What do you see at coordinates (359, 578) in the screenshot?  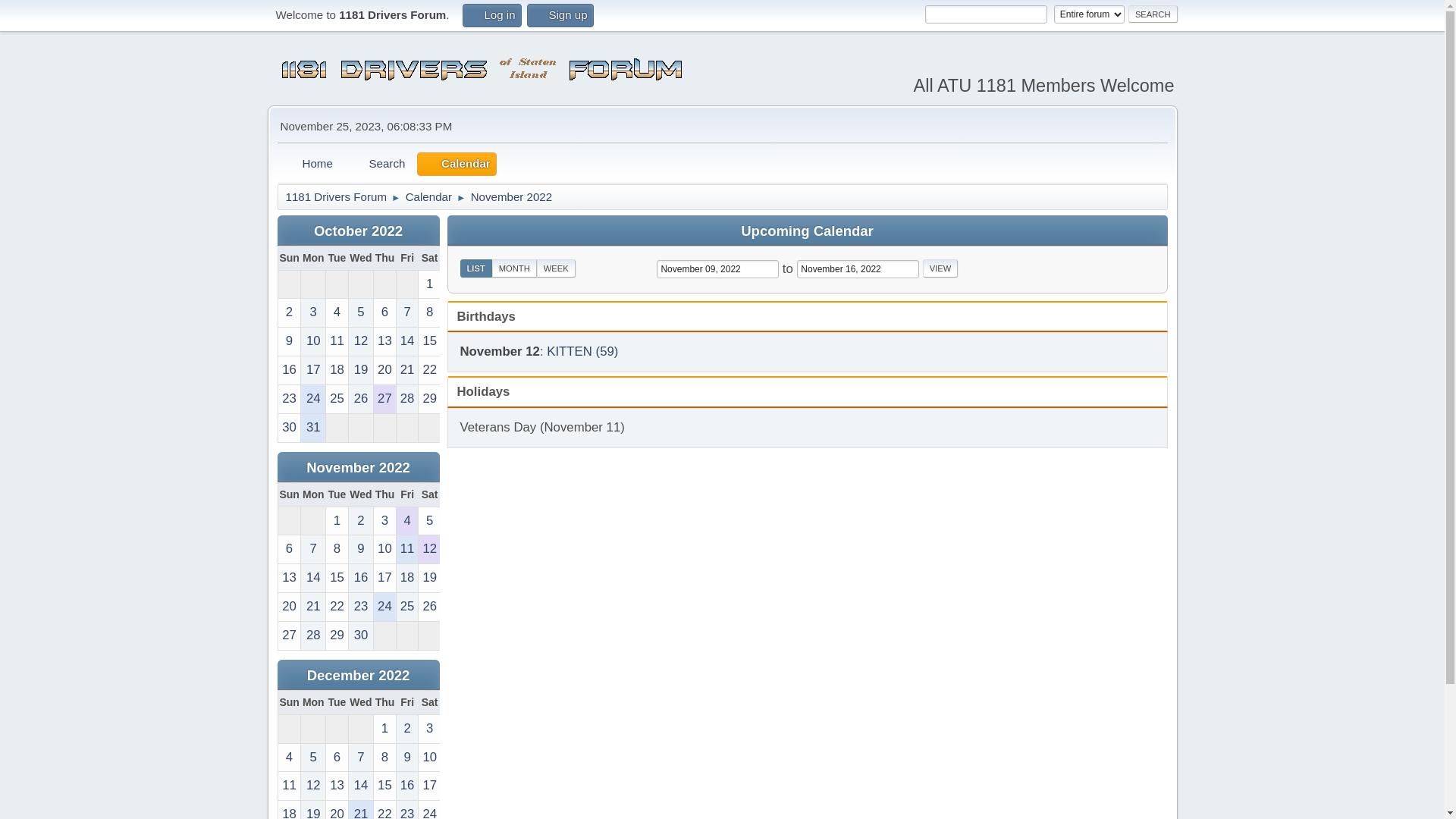 I see `'16'` at bounding box center [359, 578].